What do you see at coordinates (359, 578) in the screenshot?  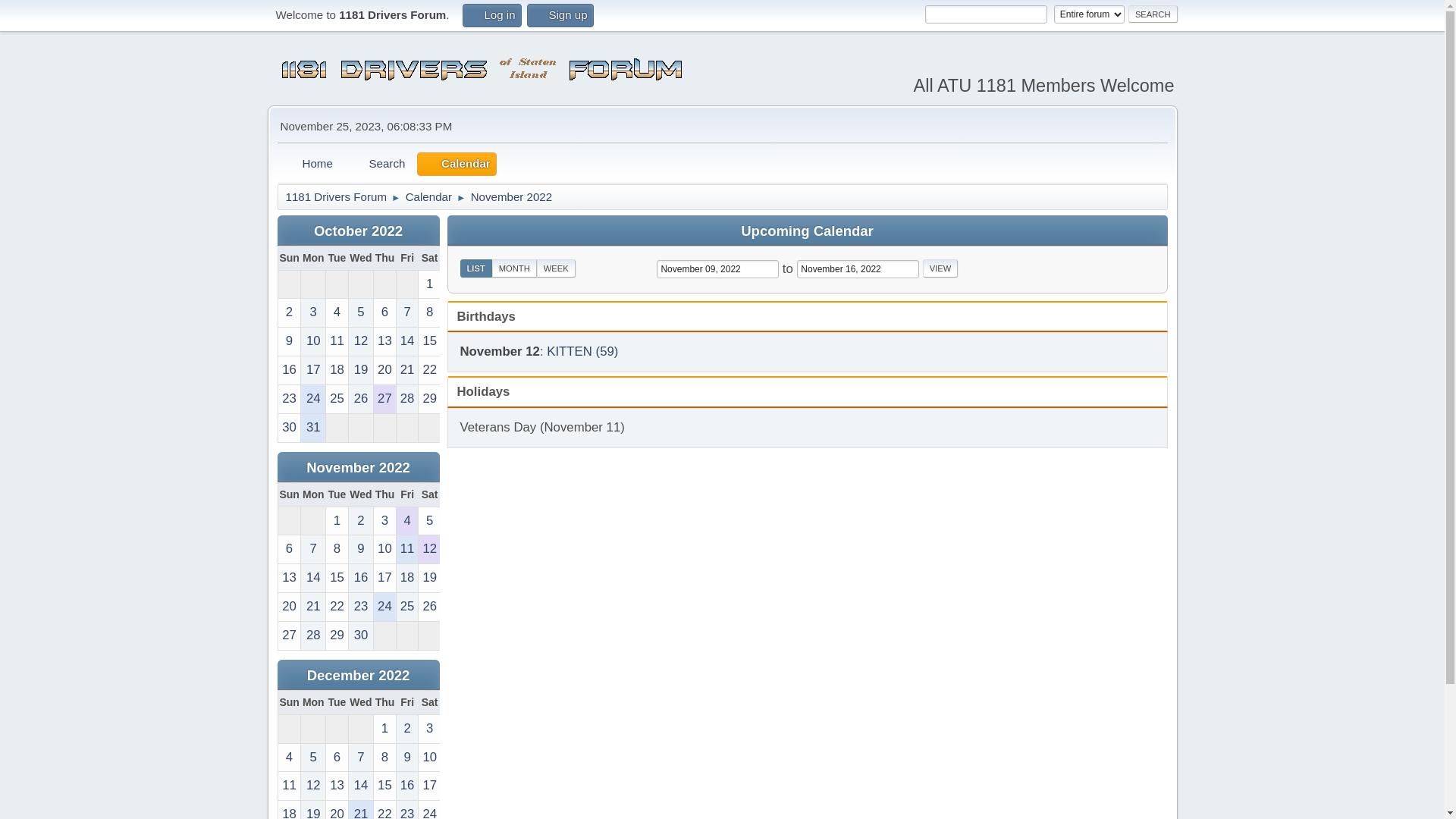 I see `'16'` at bounding box center [359, 578].